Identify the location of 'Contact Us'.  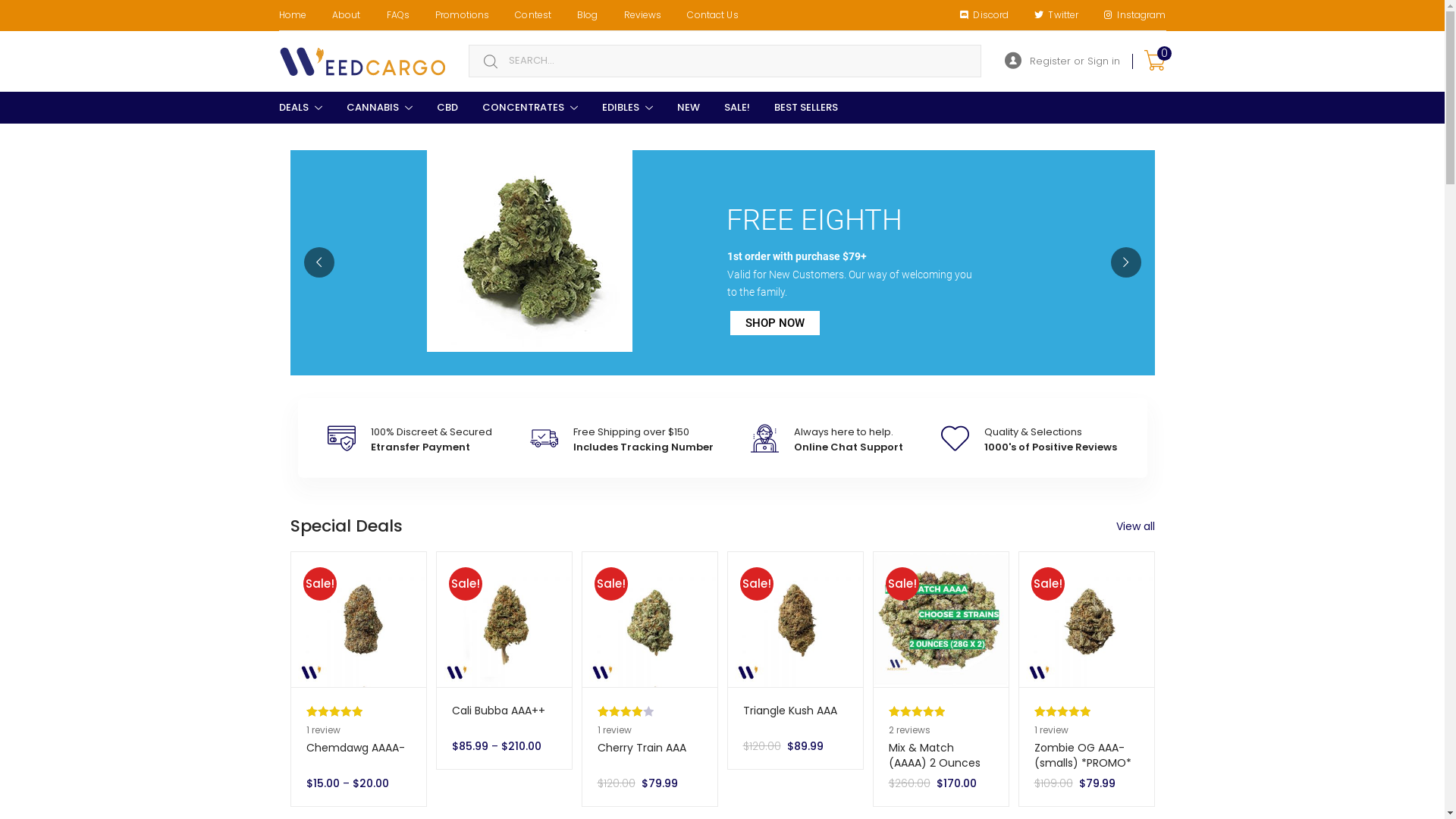
(673, 14).